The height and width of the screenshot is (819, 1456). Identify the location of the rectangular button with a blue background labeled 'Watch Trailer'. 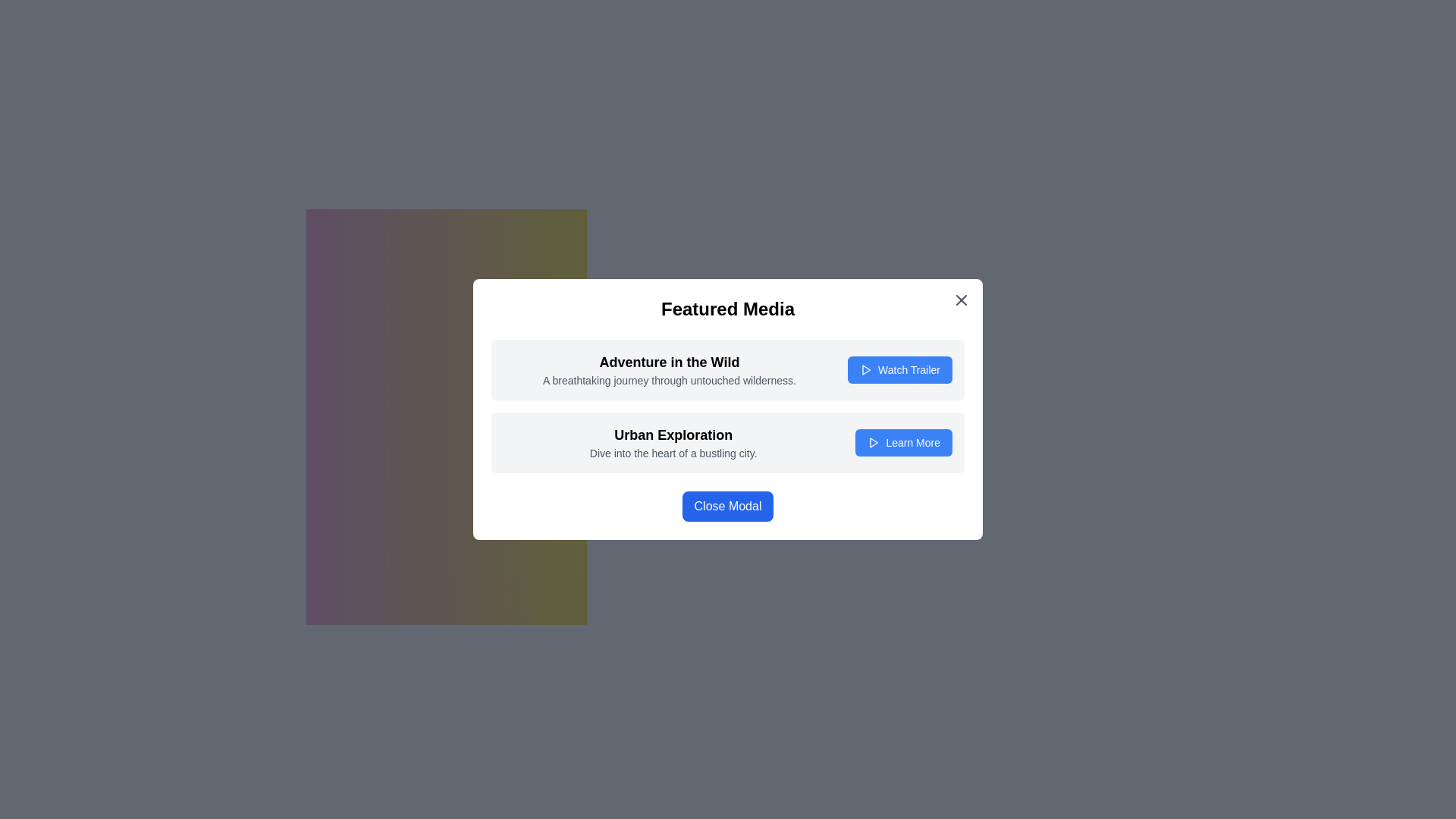
(899, 370).